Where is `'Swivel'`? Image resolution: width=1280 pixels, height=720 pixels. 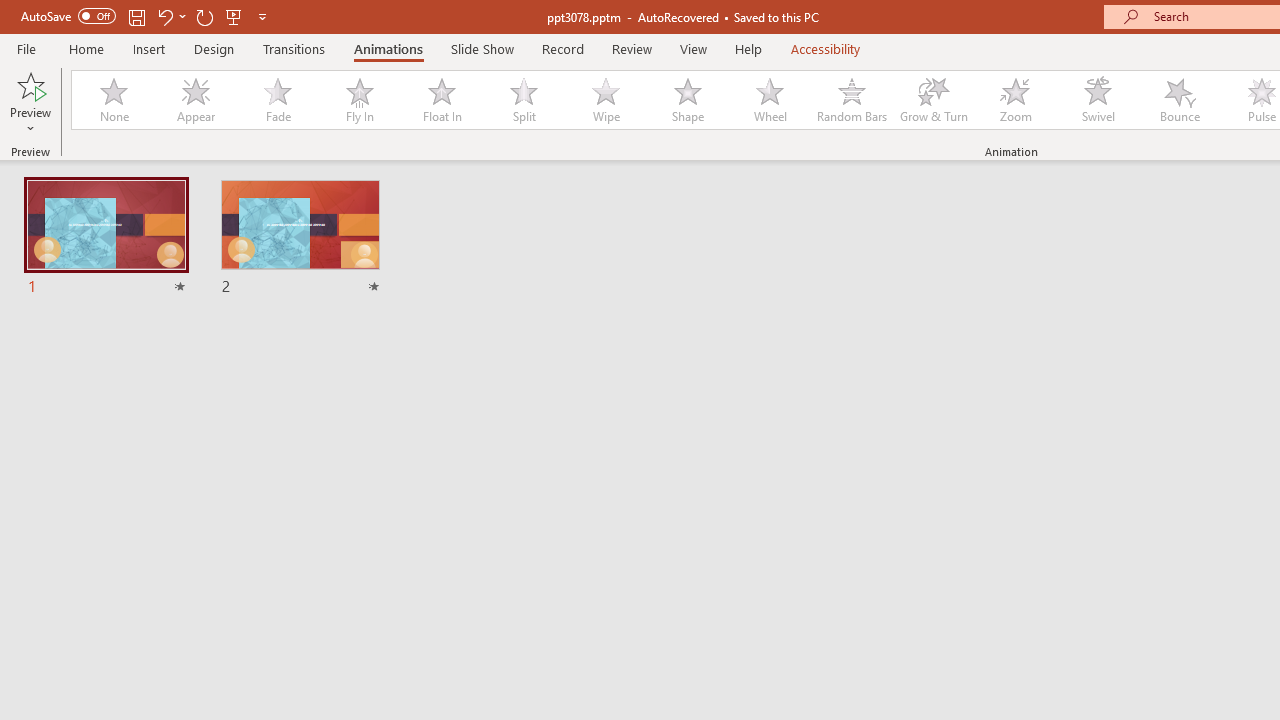
'Swivel' is located at coordinates (1097, 100).